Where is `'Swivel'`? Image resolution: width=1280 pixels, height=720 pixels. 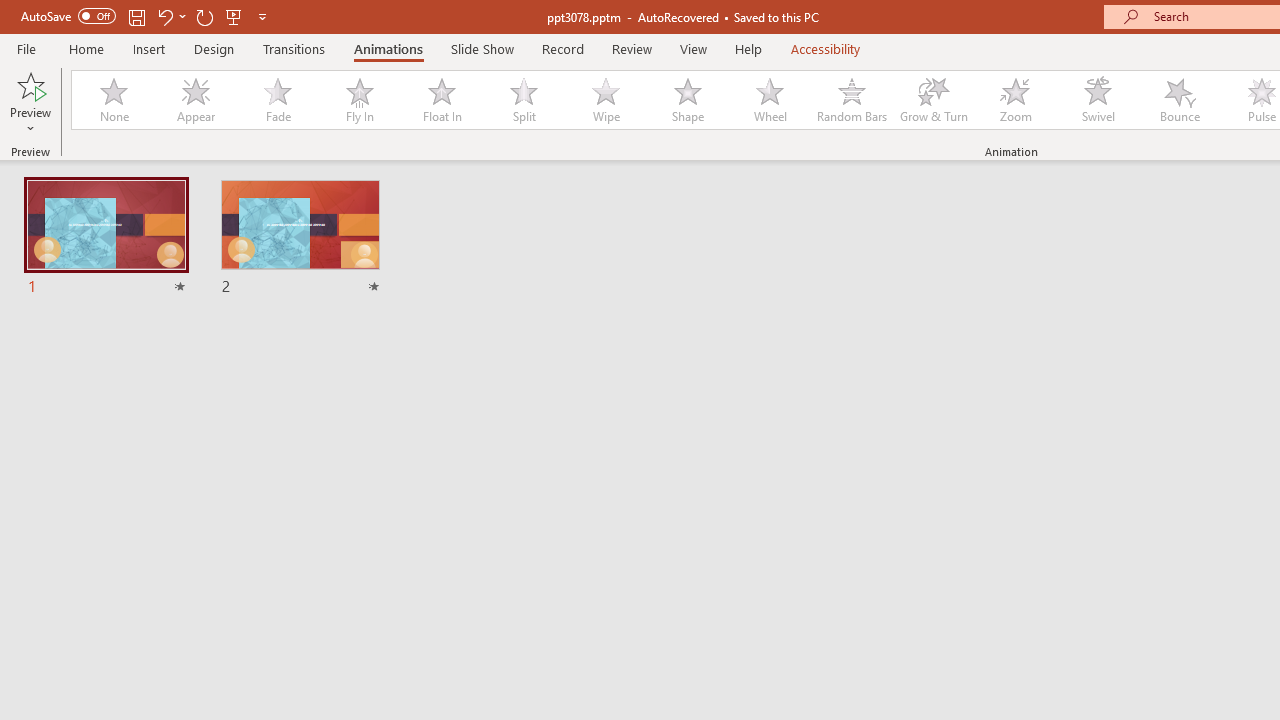
'Swivel' is located at coordinates (1097, 100).